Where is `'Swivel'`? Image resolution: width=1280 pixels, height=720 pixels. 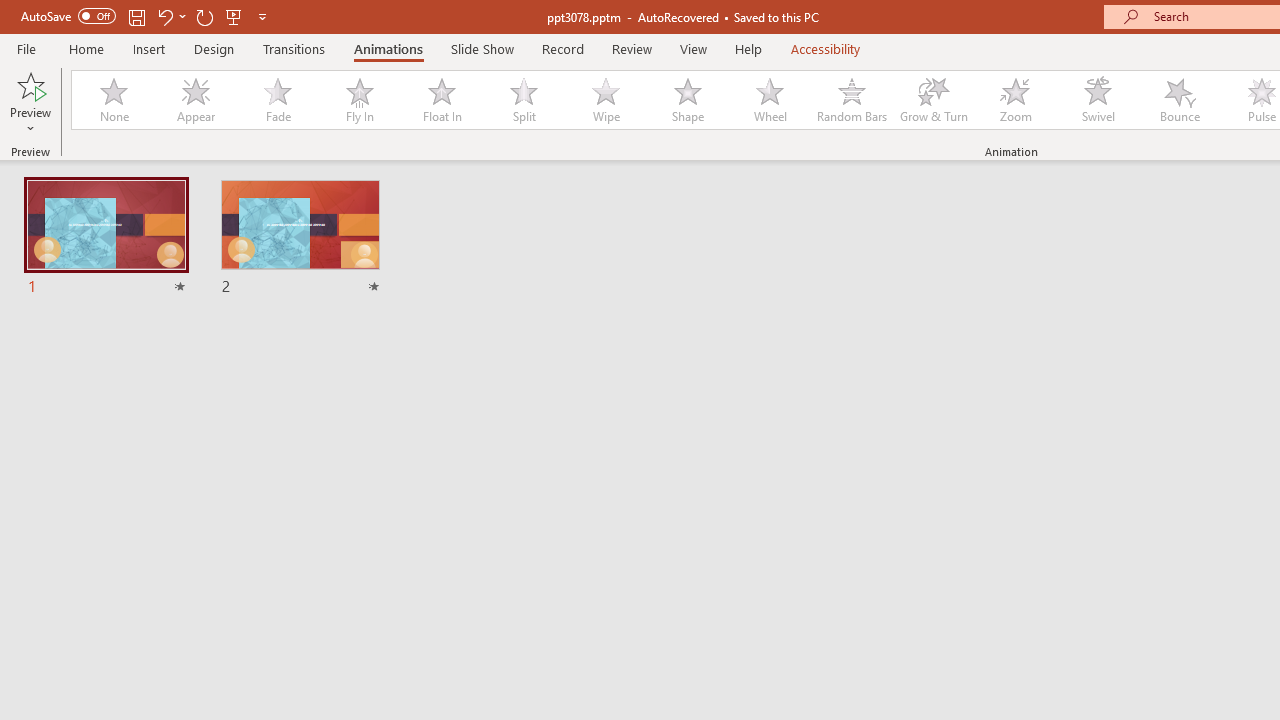
'Swivel' is located at coordinates (1097, 100).